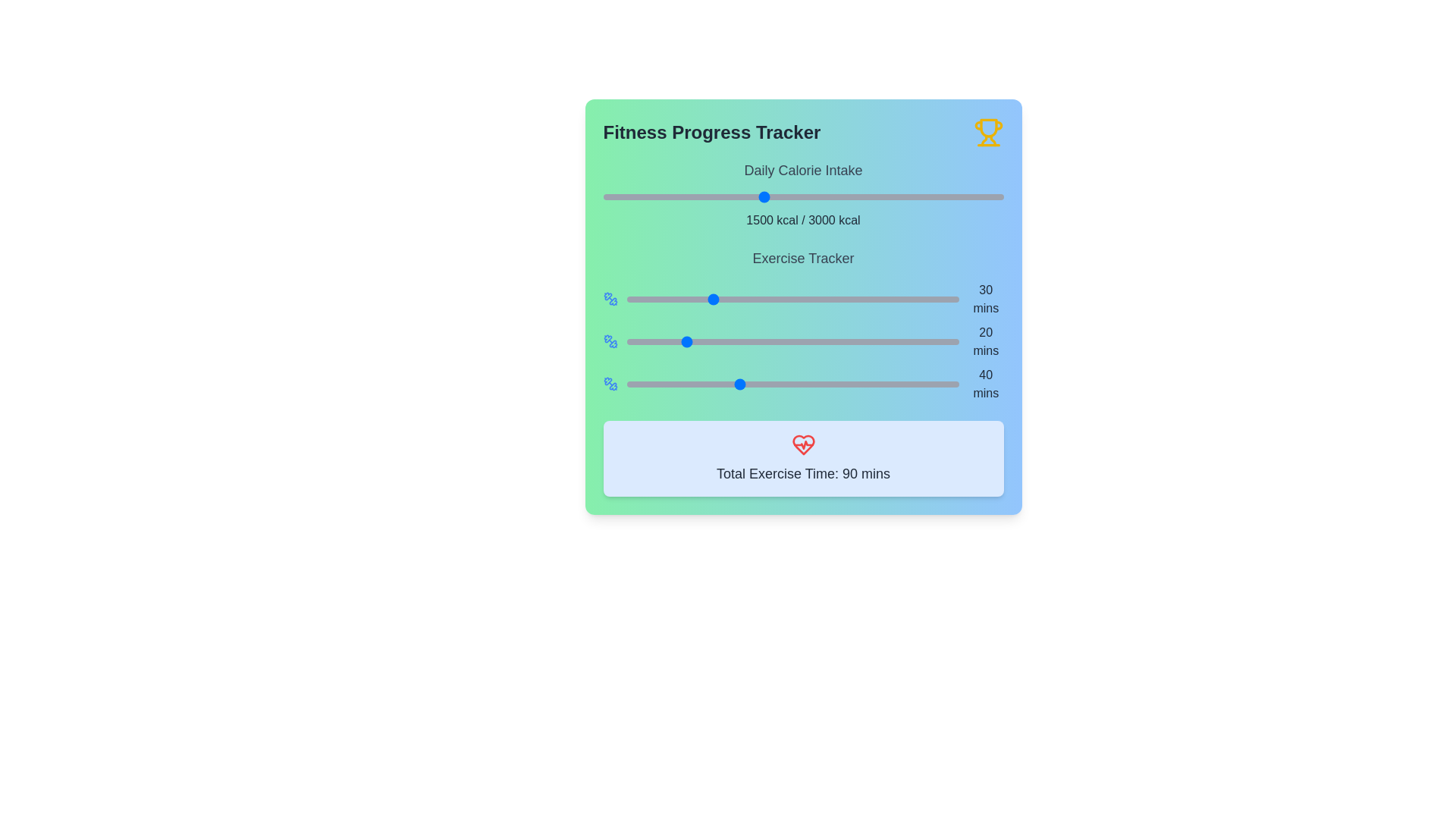 The height and width of the screenshot is (819, 1456). Describe the element at coordinates (802, 220) in the screenshot. I see `the static text display showing the current and total calorie count located in the 'Daily Calorie Intake' section below the progress bar and heading` at that location.